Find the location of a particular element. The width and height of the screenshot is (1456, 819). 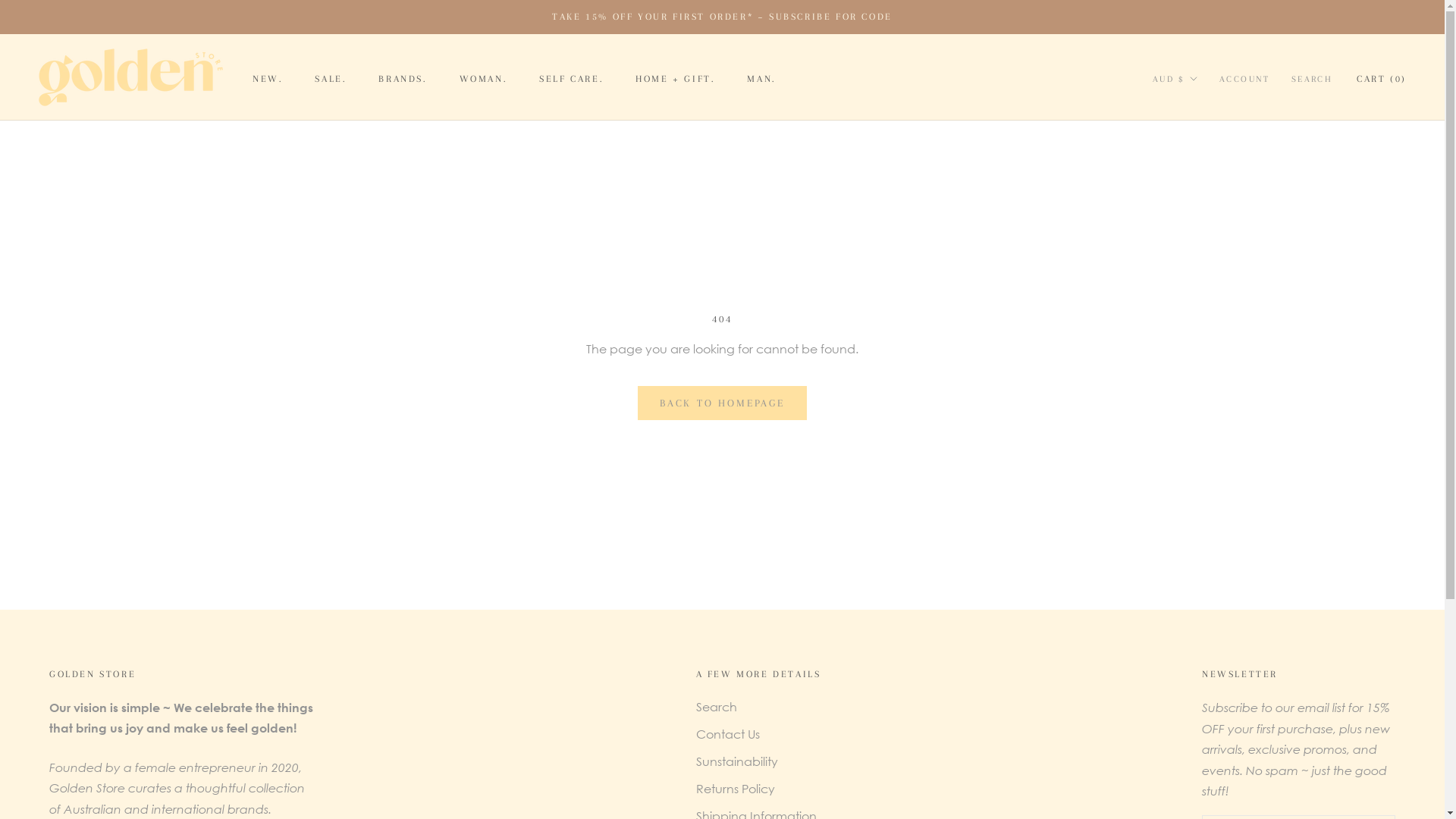

'Search' is located at coordinates (758, 707).